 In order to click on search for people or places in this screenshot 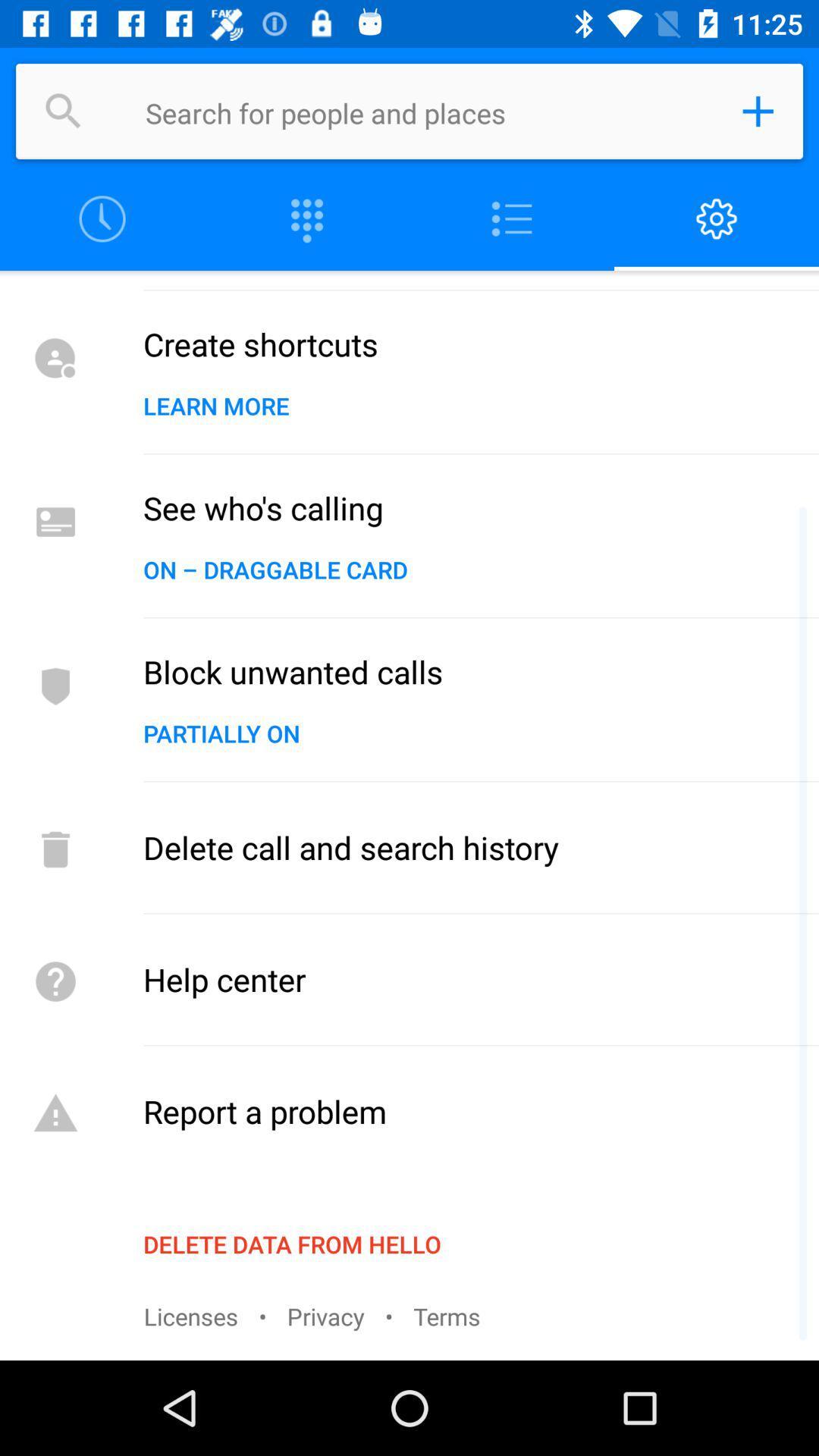, I will do `click(63, 111)`.